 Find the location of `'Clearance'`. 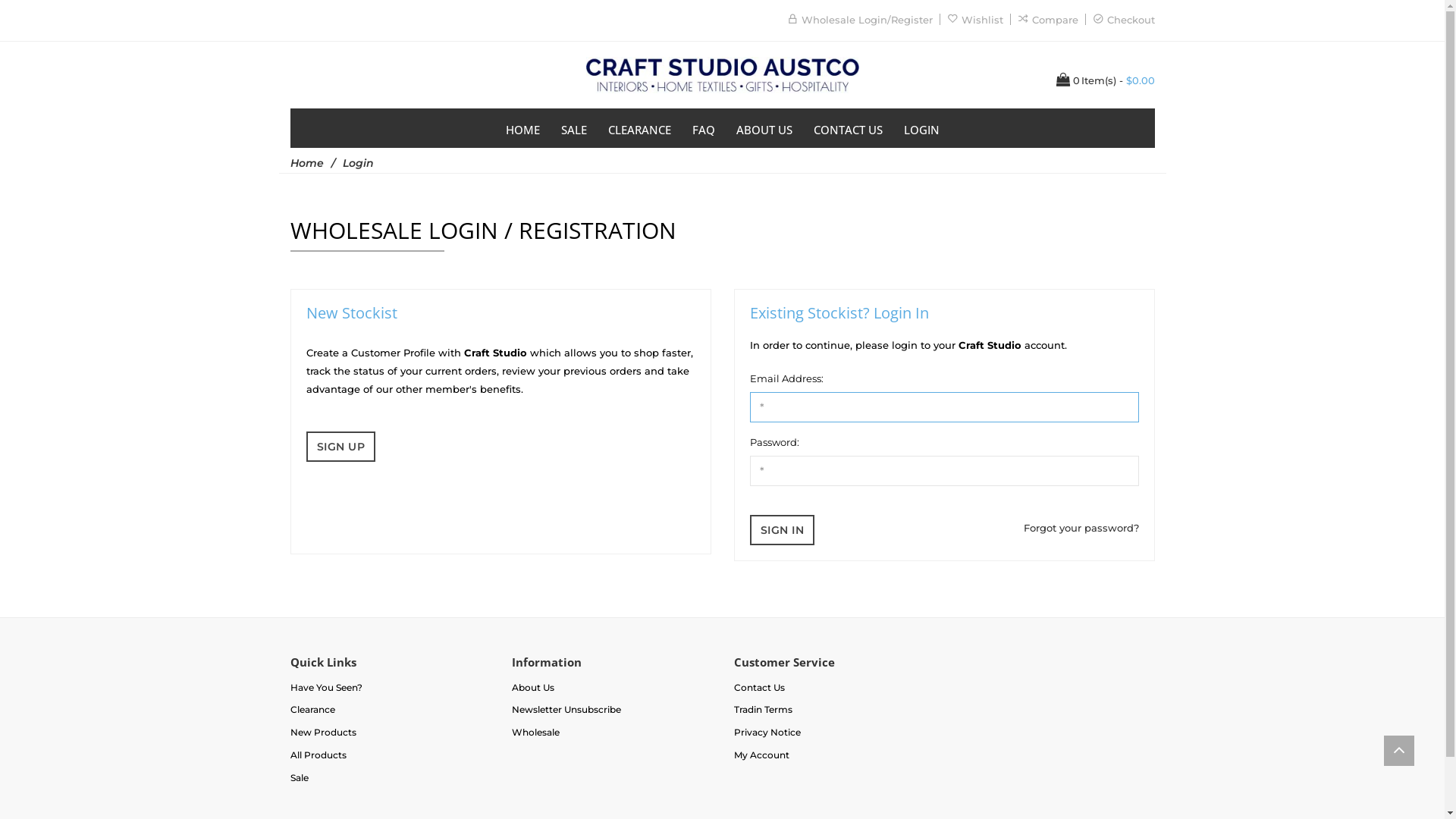

'Clearance' is located at coordinates (311, 709).